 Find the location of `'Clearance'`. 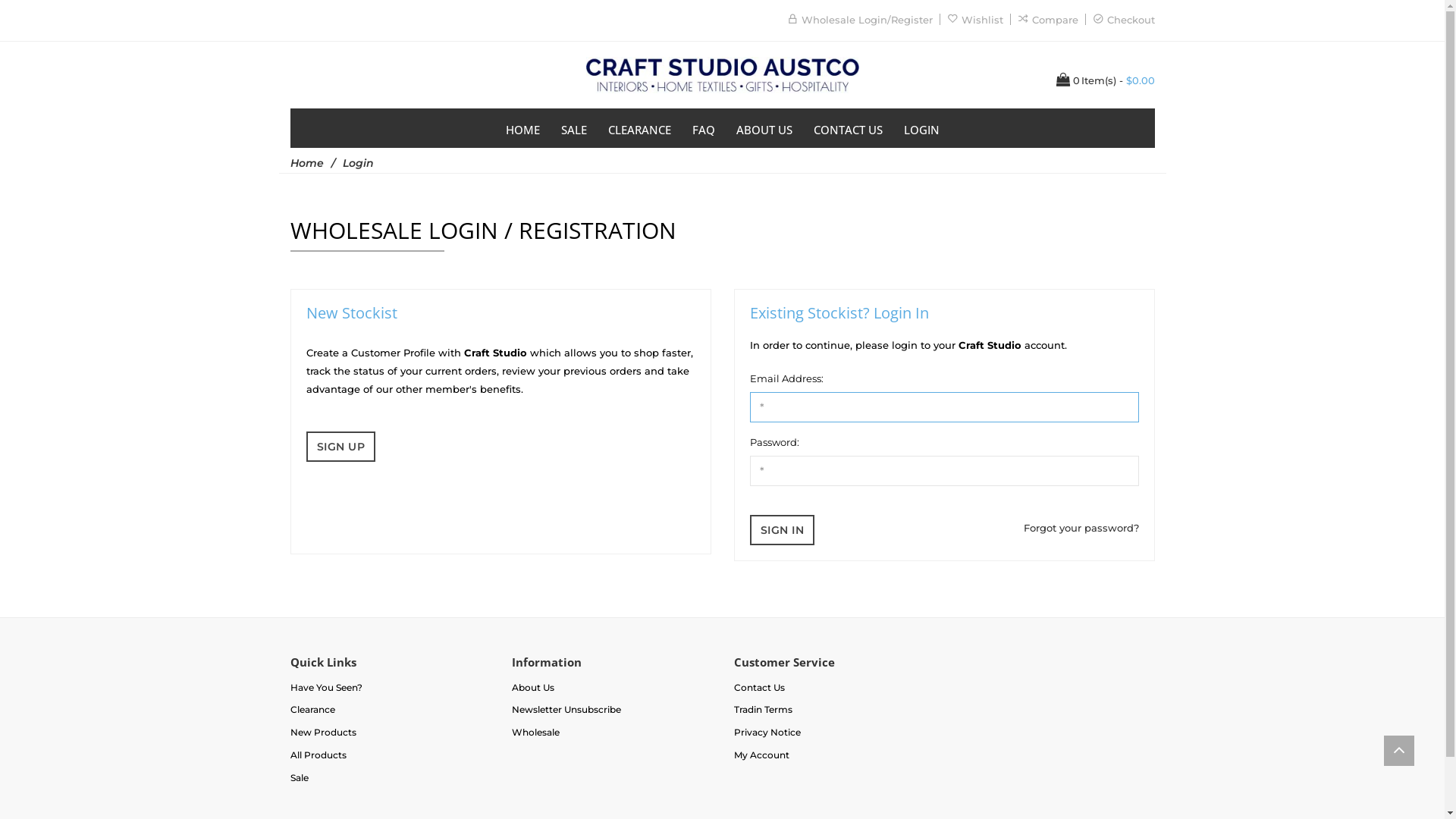

'Clearance' is located at coordinates (311, 709).